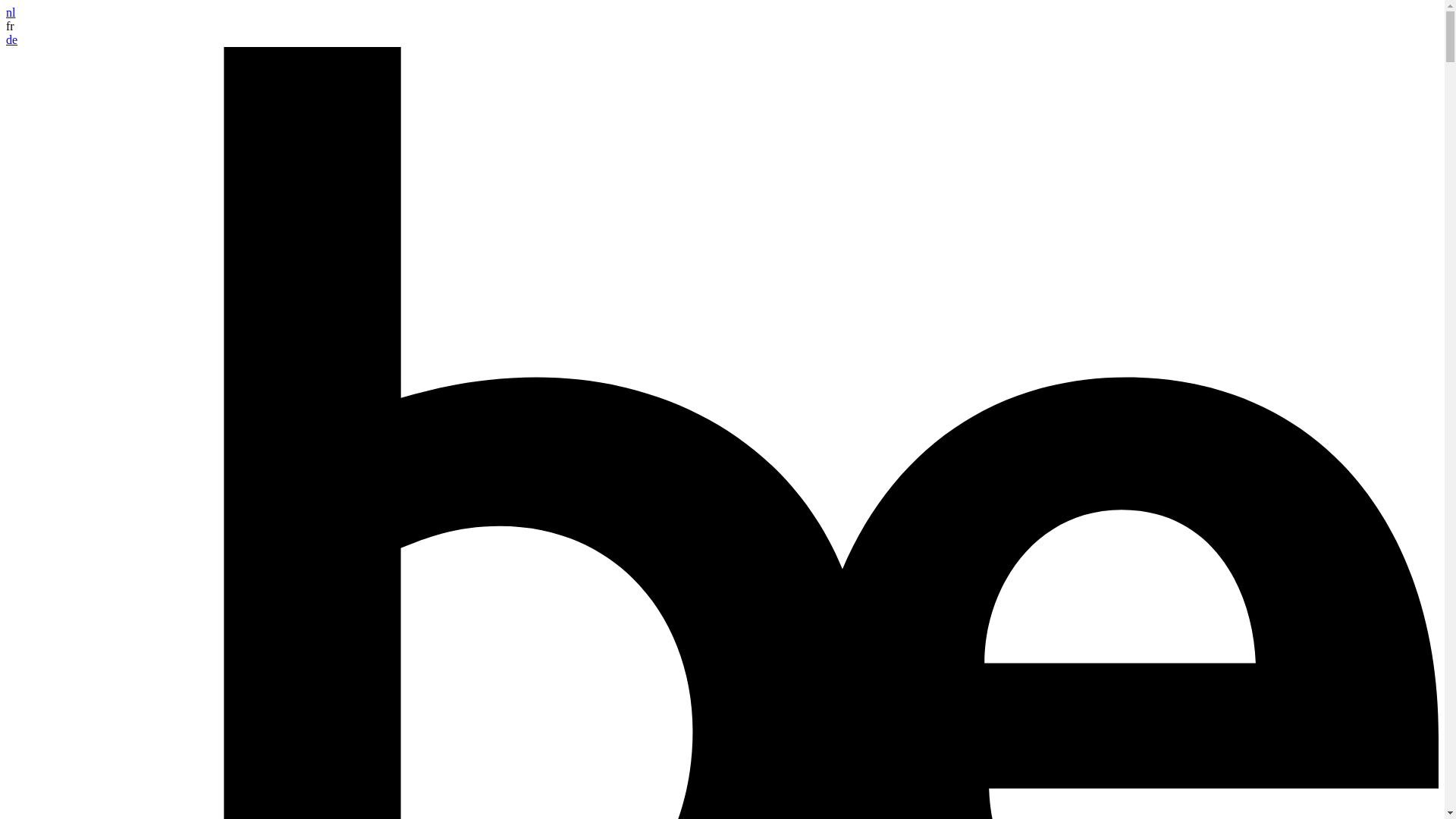 Image resolution: width=1456 pixels, height=819 pixels. I want to click on 'nl', so click(11, 12).